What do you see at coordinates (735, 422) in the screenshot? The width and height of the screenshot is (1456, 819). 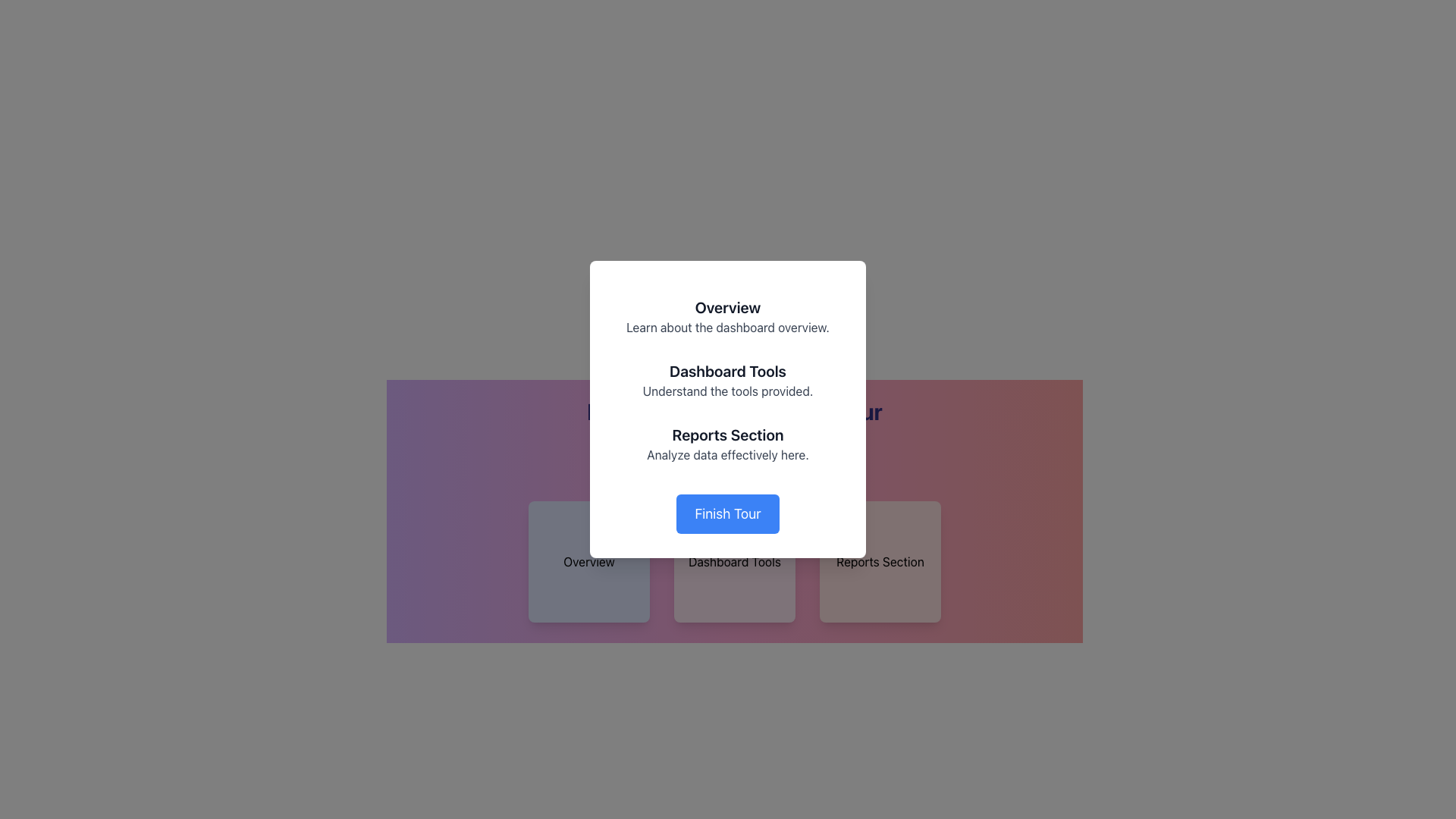 I see `the Text block that provides information about the 'Reports Section' feature in the onboarding modal, positioned between the 'Dashboard Tools' section and the 'Finish Tour' button` at bounding box center [735, 422].